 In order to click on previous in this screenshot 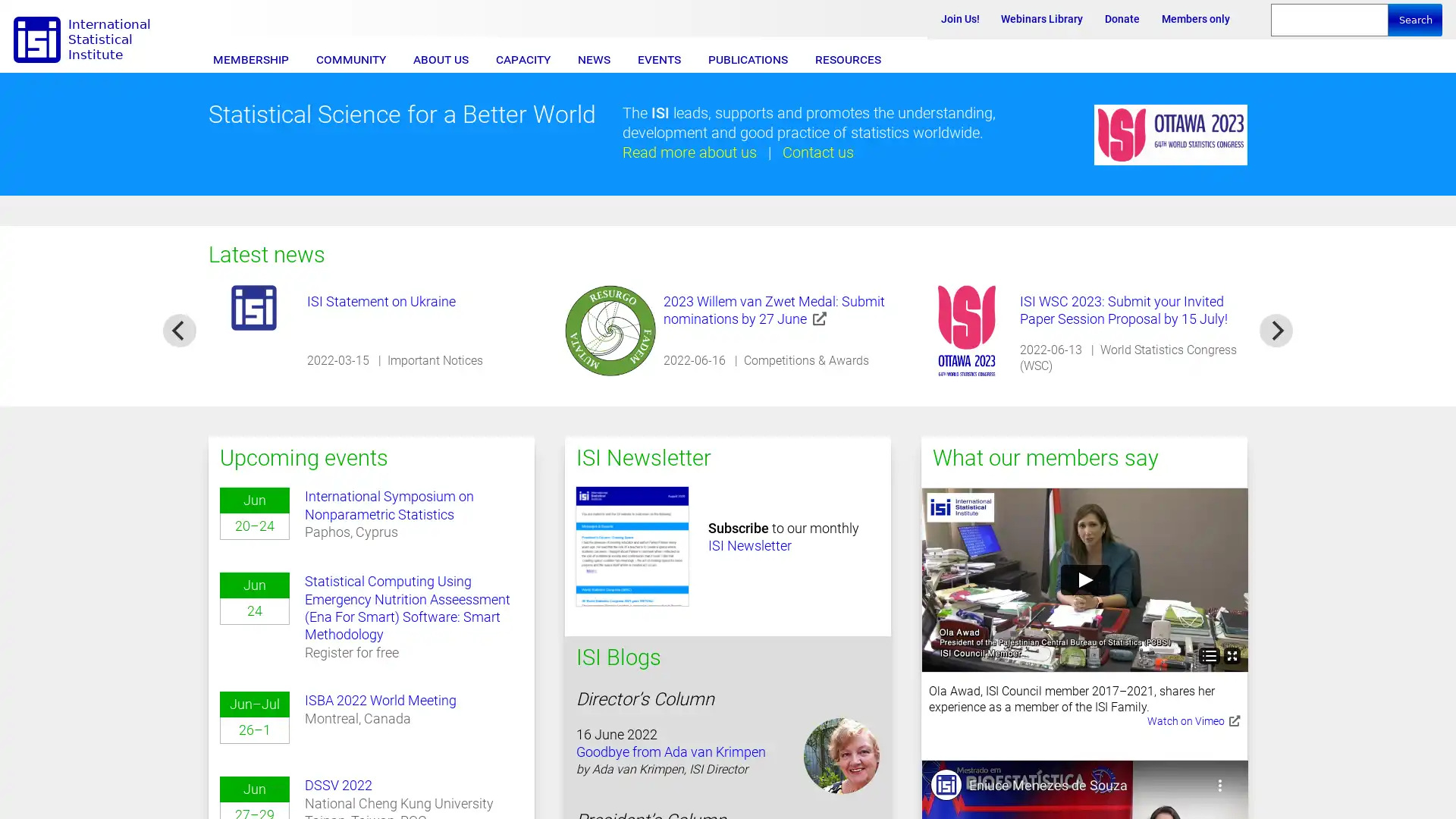, I will do `click(179, 329)`.